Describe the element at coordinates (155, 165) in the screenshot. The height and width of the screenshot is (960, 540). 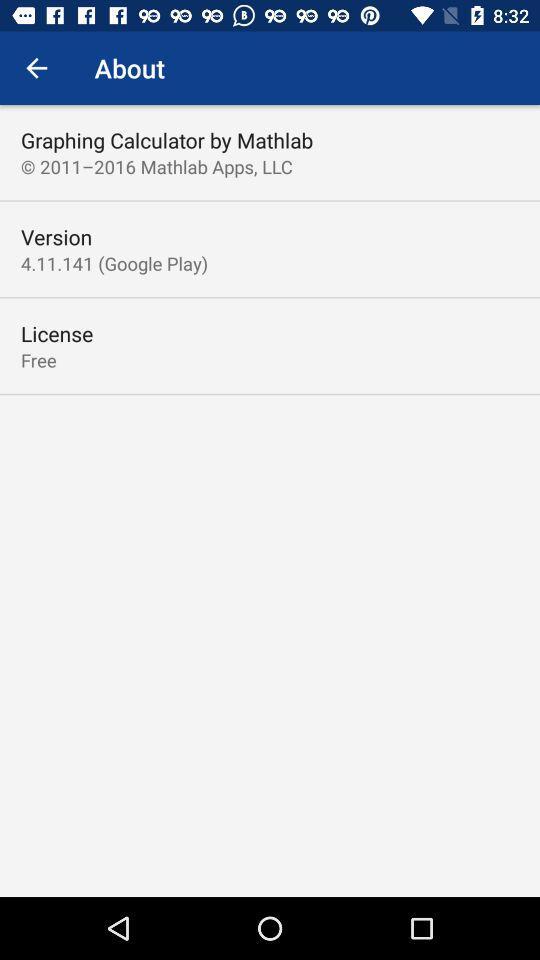
I see `item below the graphing calculator by item` at that location.